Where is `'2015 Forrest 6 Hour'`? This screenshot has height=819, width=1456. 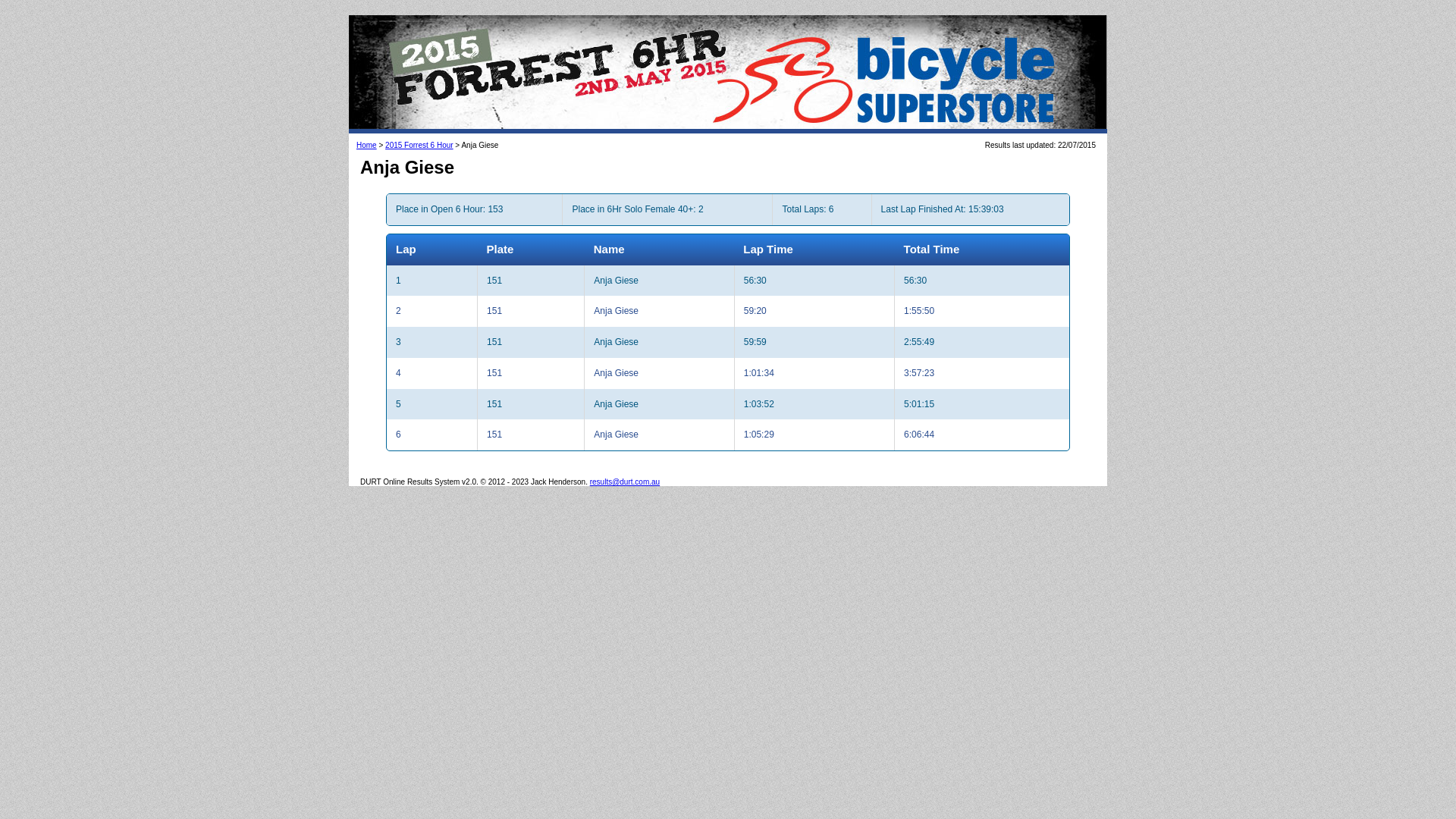 '2015 Forrest 6 Hour' is located at coordinates (419, 145).